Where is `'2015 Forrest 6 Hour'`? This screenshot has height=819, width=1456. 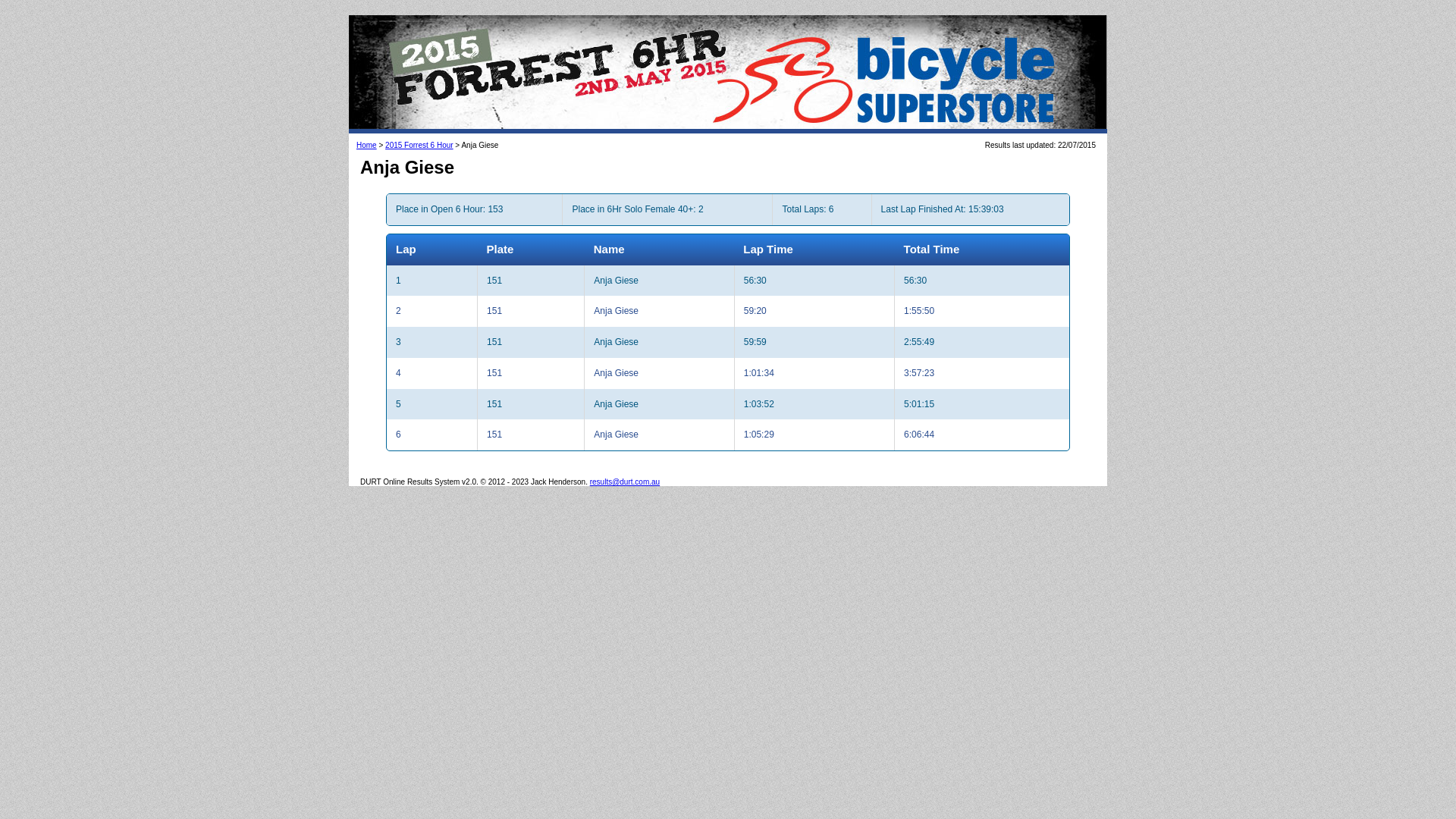 '2015 Forrest 6 Hour' is located at coordinates (419, 145).